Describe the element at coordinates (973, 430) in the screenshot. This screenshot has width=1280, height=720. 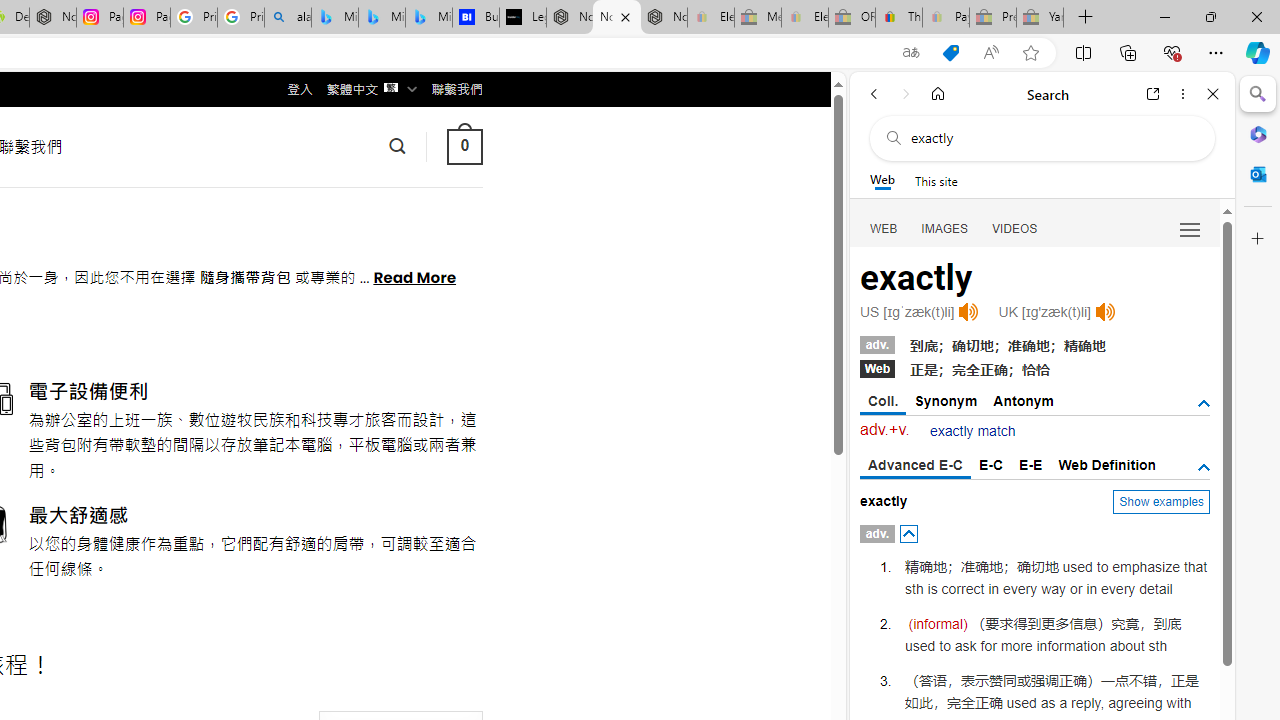
I see `'exactly match'` at that location.